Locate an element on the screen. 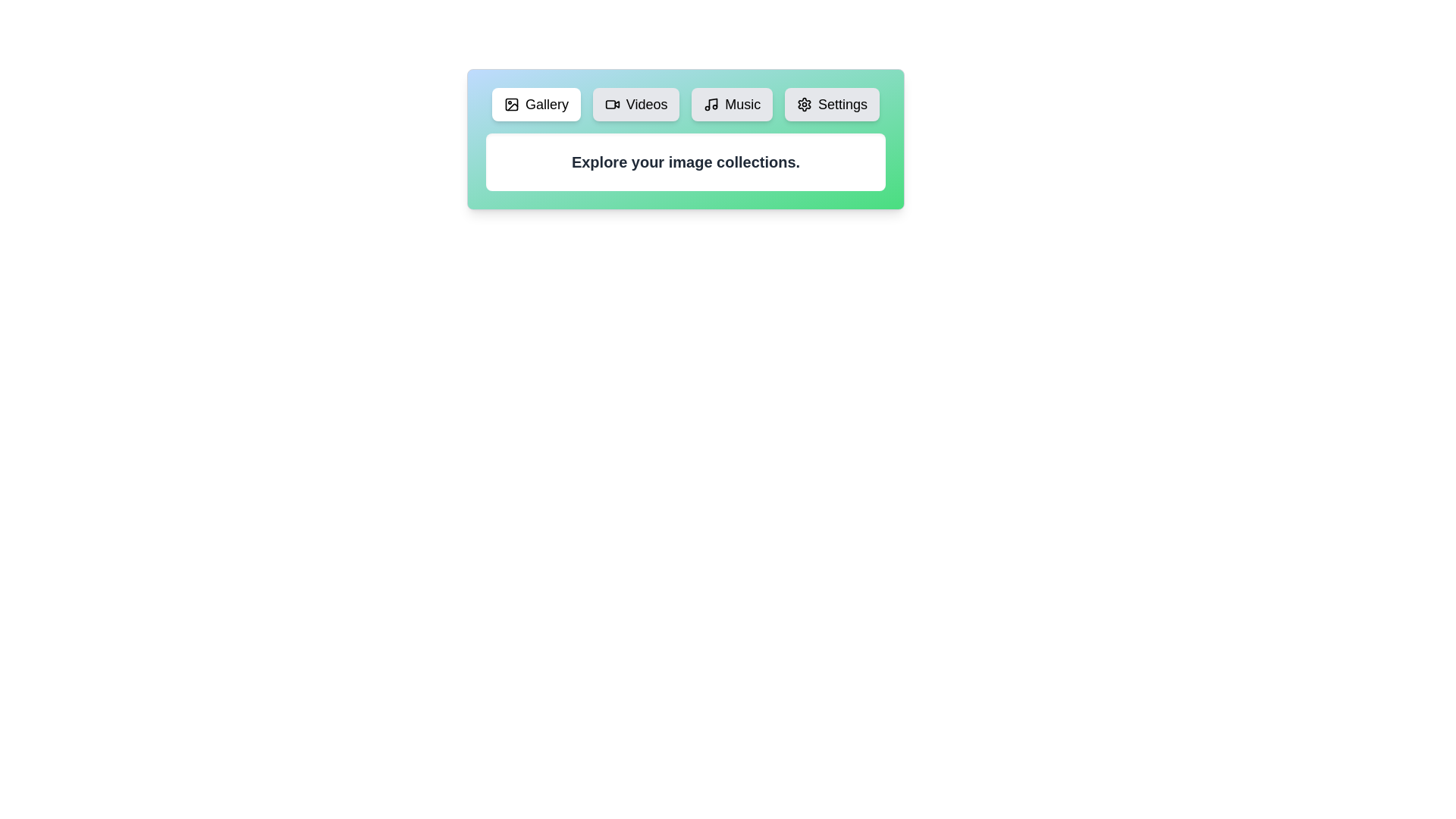 This screenshot has width=1456, height=819. the tab labeled Music to view its content is located at coordinates (732, 104).